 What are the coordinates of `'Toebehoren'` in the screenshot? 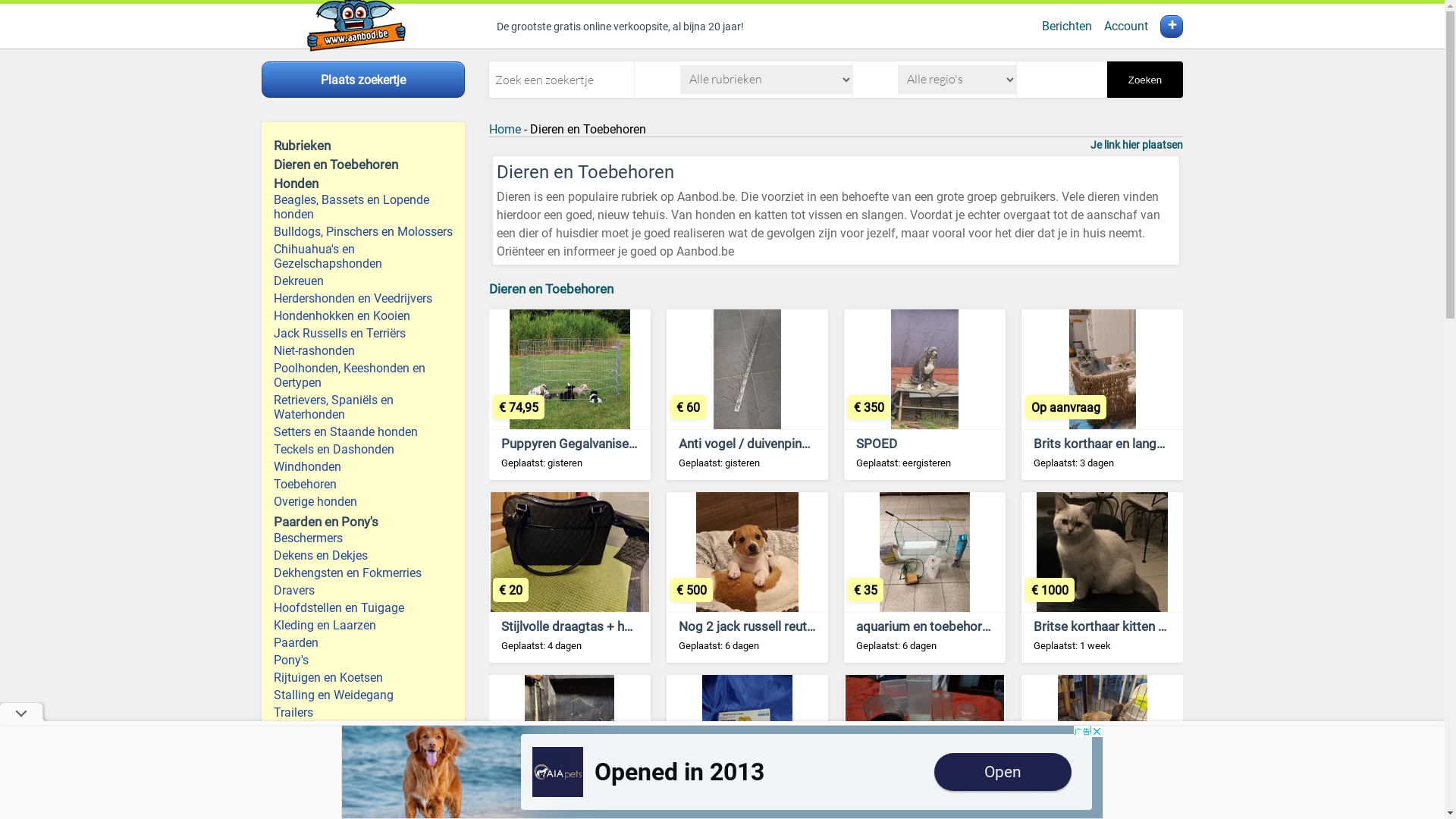 It's located at (273, 484).